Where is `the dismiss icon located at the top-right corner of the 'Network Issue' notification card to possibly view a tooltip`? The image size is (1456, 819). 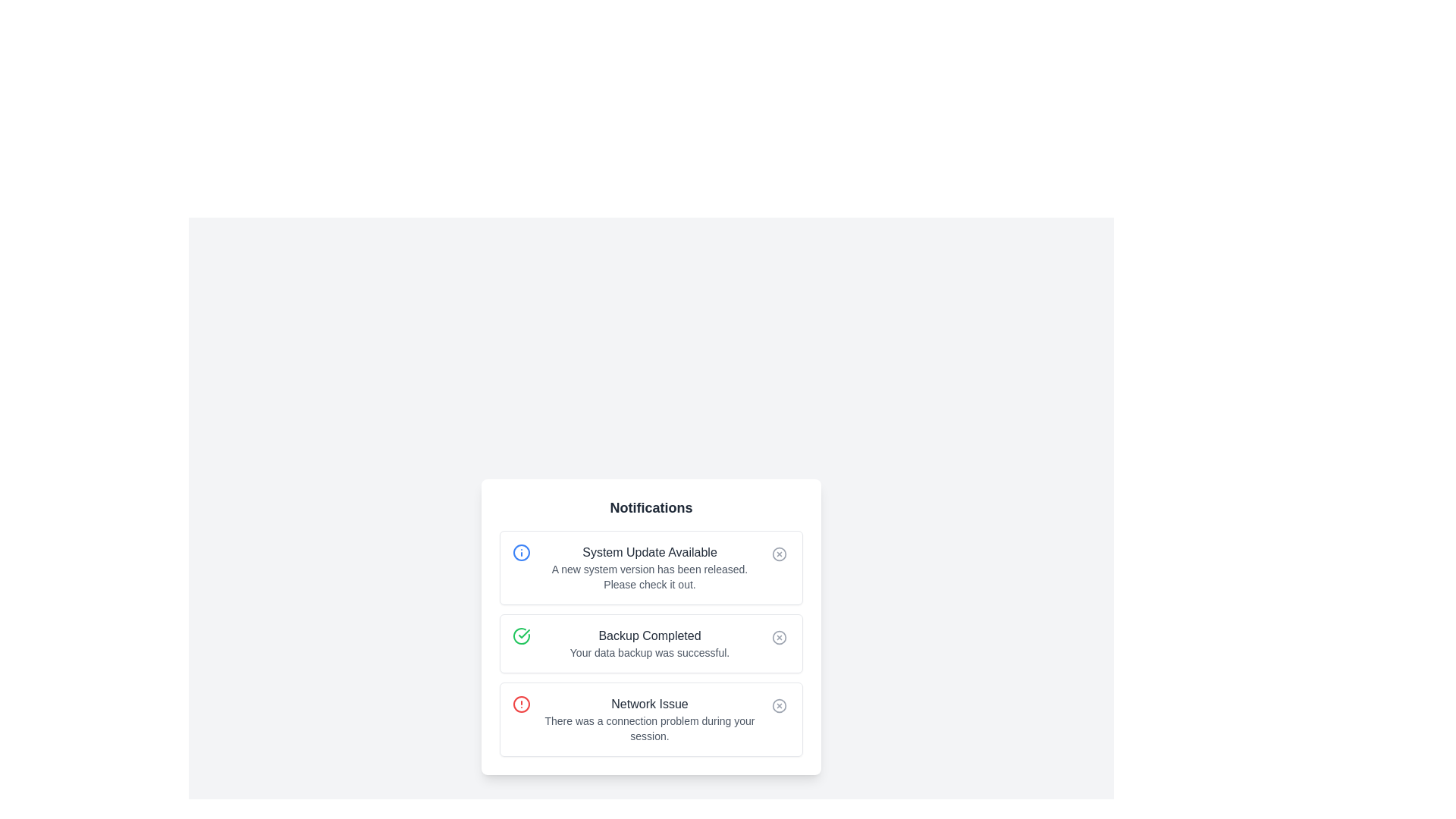 the dismiss icon located at the top-right corner of the 'Network Issue' notification card to possibly view a tooltip is located at coordinates (779, 705).